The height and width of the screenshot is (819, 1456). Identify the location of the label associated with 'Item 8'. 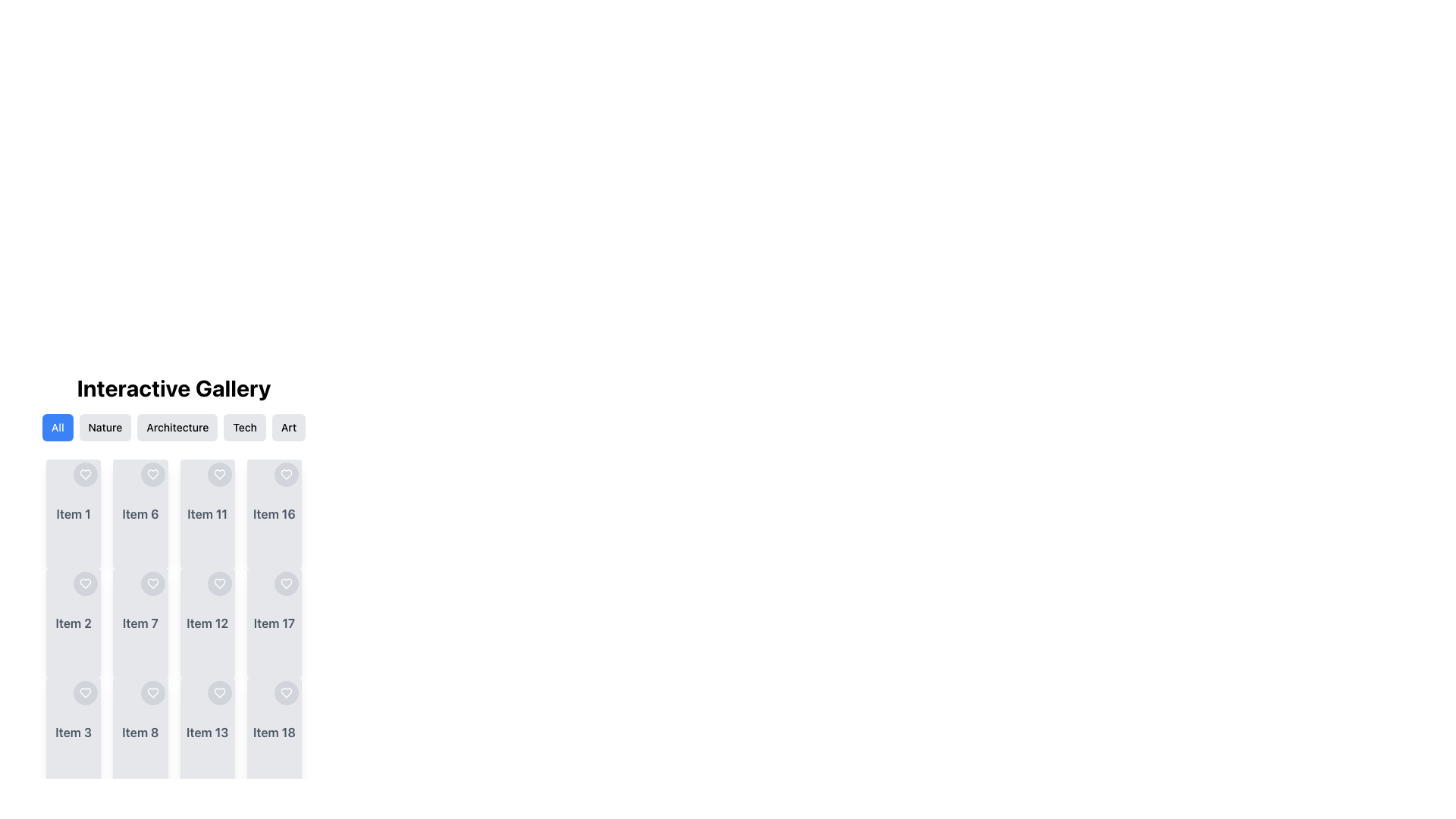
(147, 731).